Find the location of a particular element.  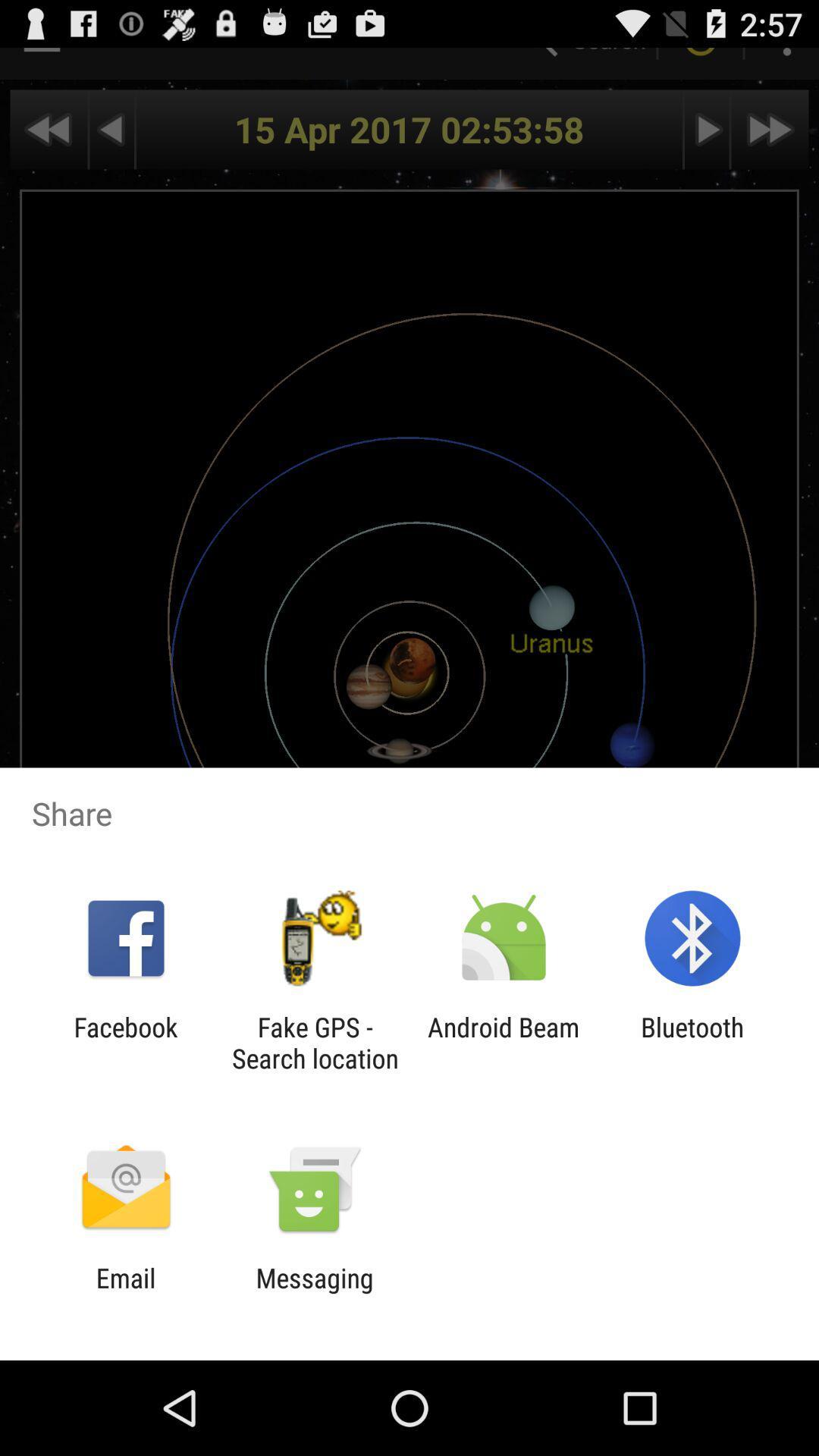

bluetooth at the bottom right corner is located at coordinates (692, 1042).